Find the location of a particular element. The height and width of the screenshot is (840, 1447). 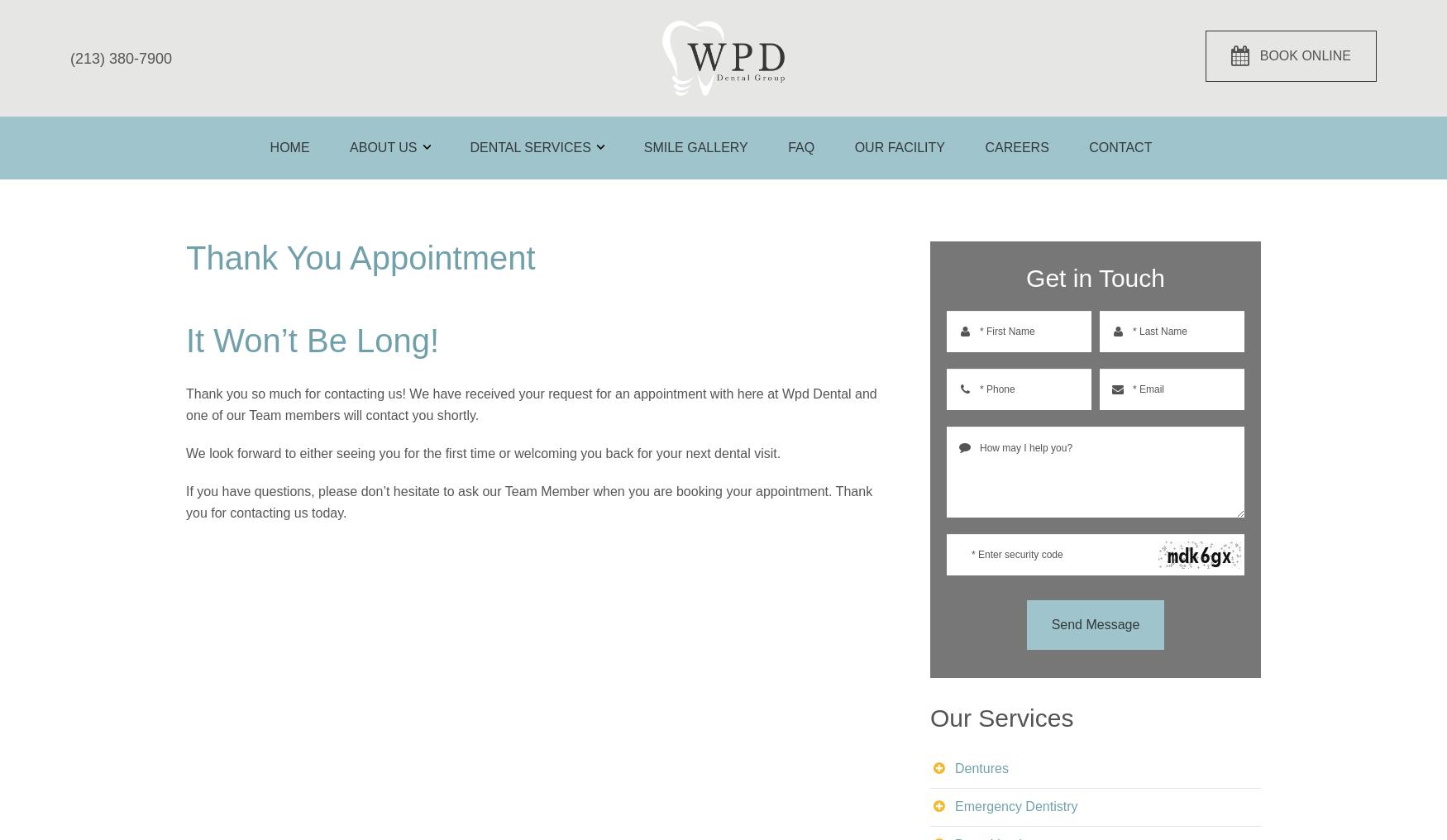

'Thank You Appointment' is located at coordinates (186, 255).